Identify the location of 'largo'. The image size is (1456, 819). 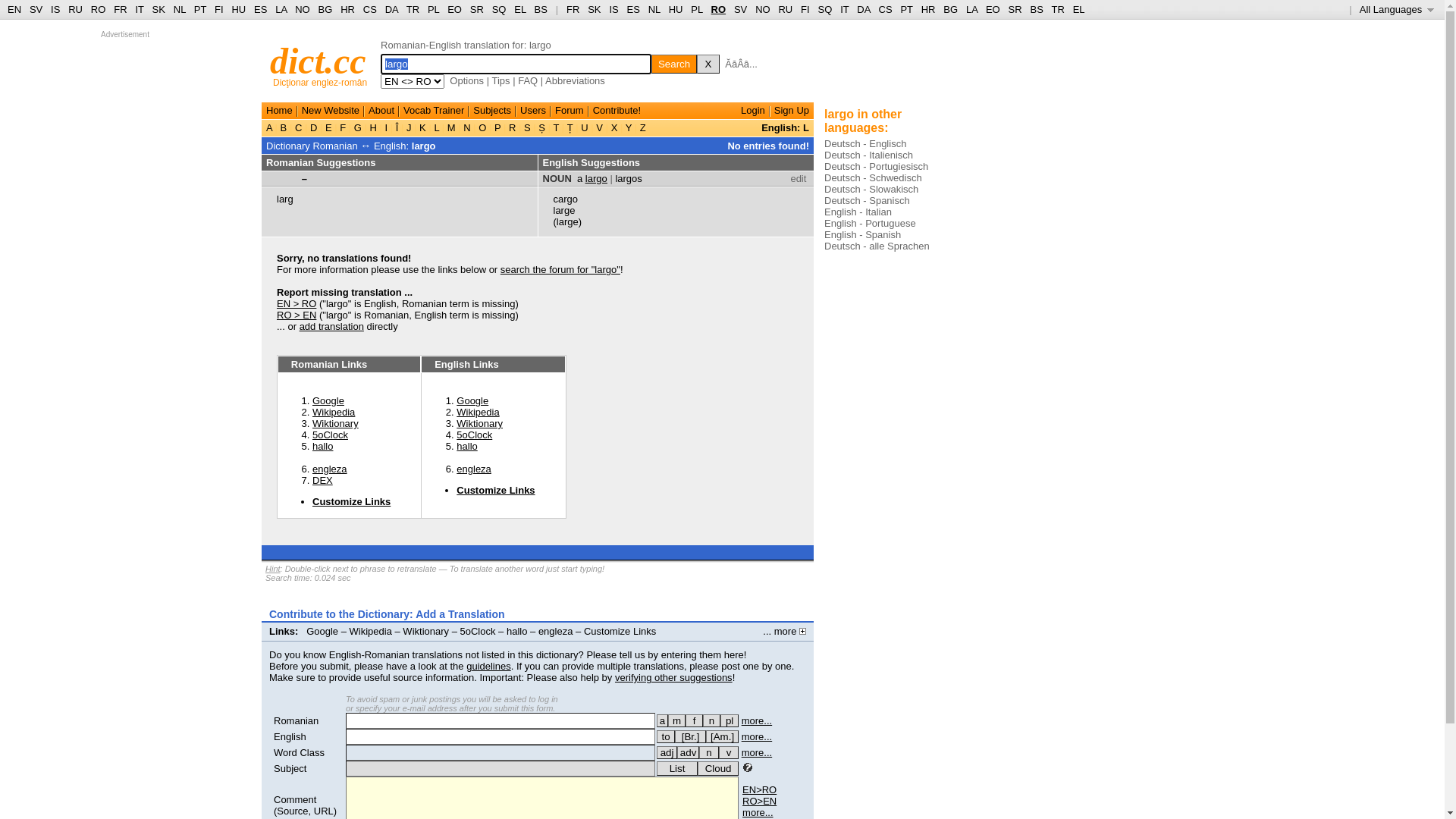
(423, 146).